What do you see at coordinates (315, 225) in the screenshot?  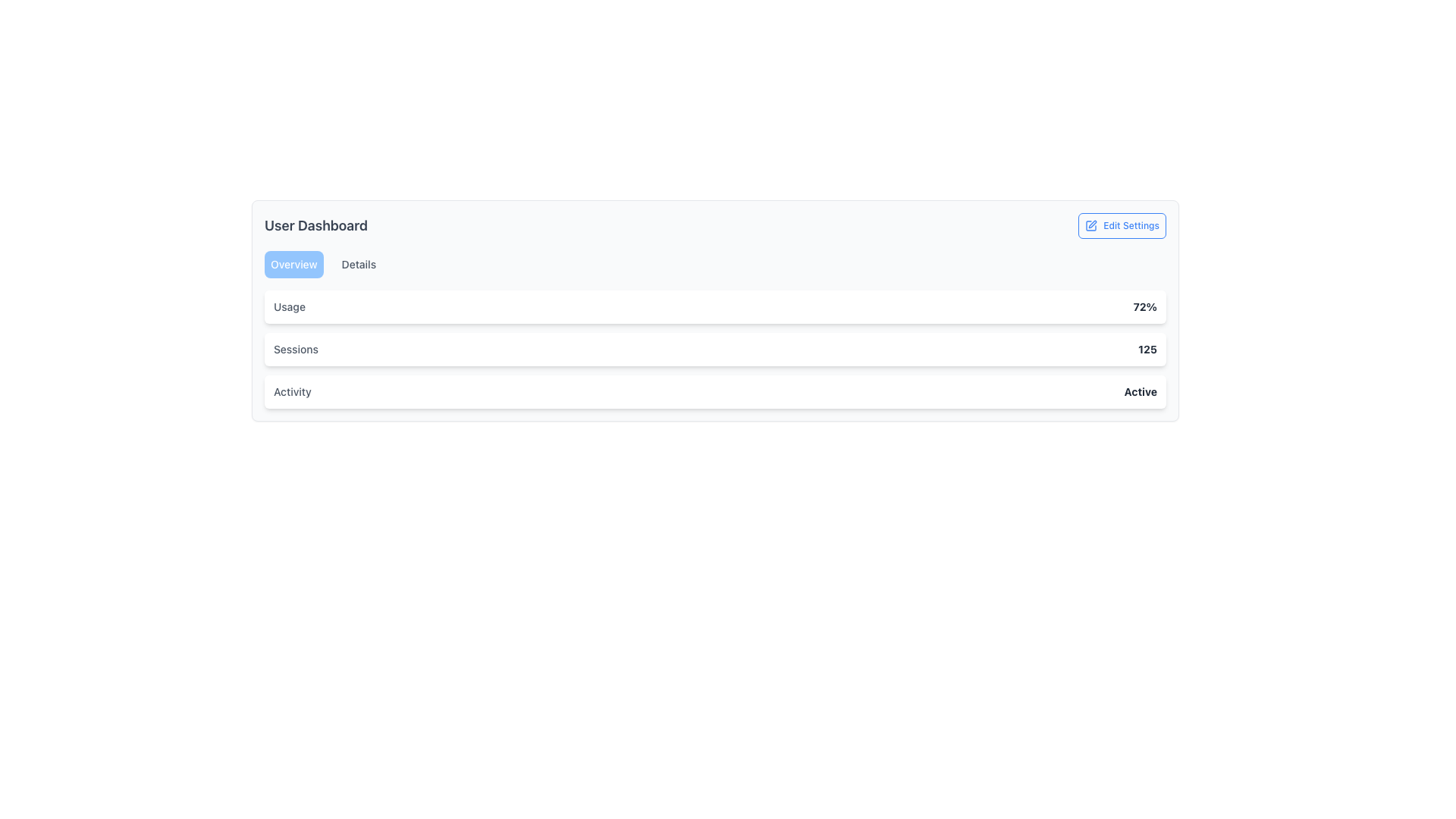 I see `the 'User Dashboard' text label, which is prominently displayed in a bold and larger font size in dark gray, serving as the heading of a section` at bounding box center [315, 225].